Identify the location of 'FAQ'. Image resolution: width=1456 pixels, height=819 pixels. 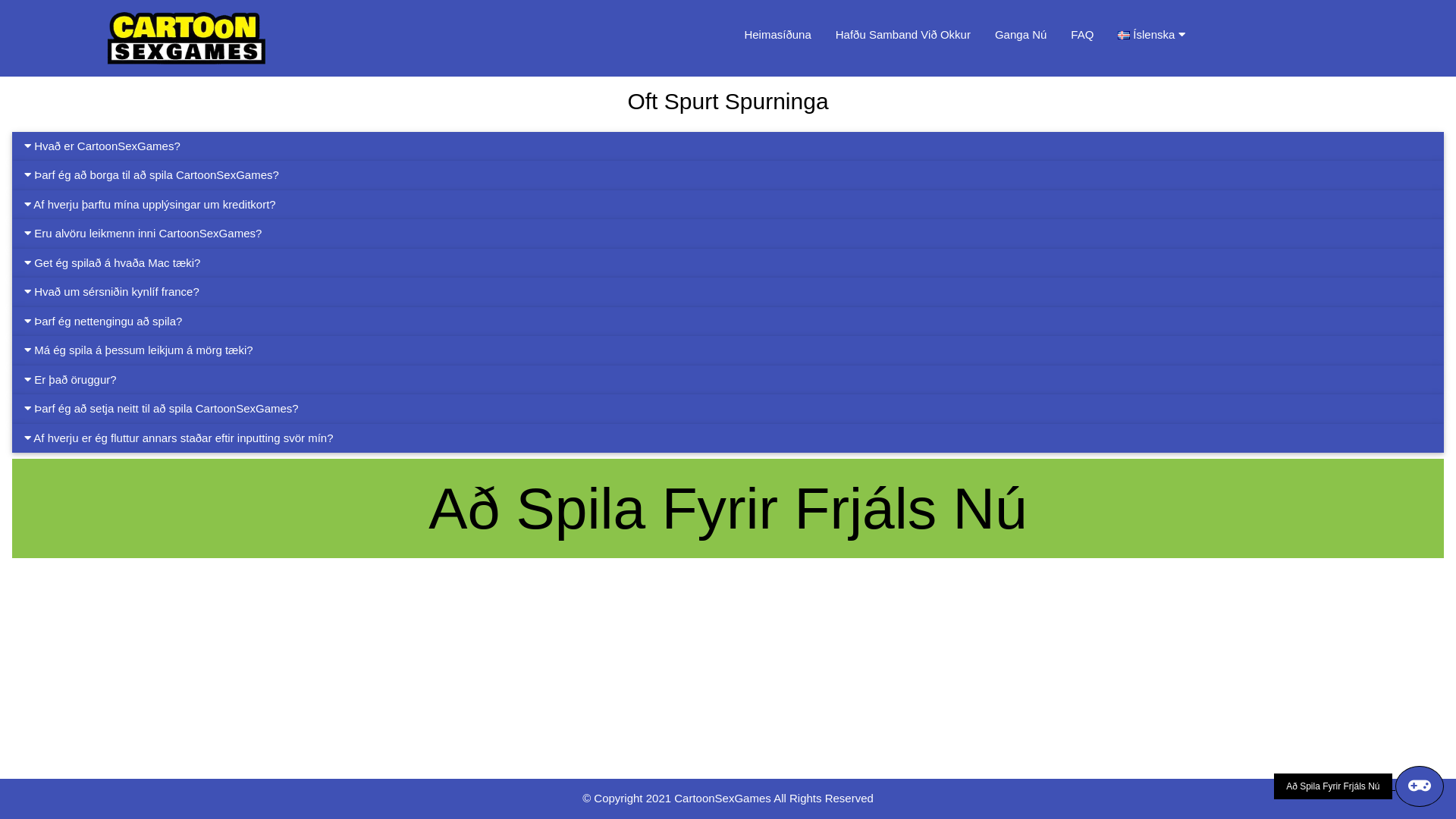
(1081, 34).